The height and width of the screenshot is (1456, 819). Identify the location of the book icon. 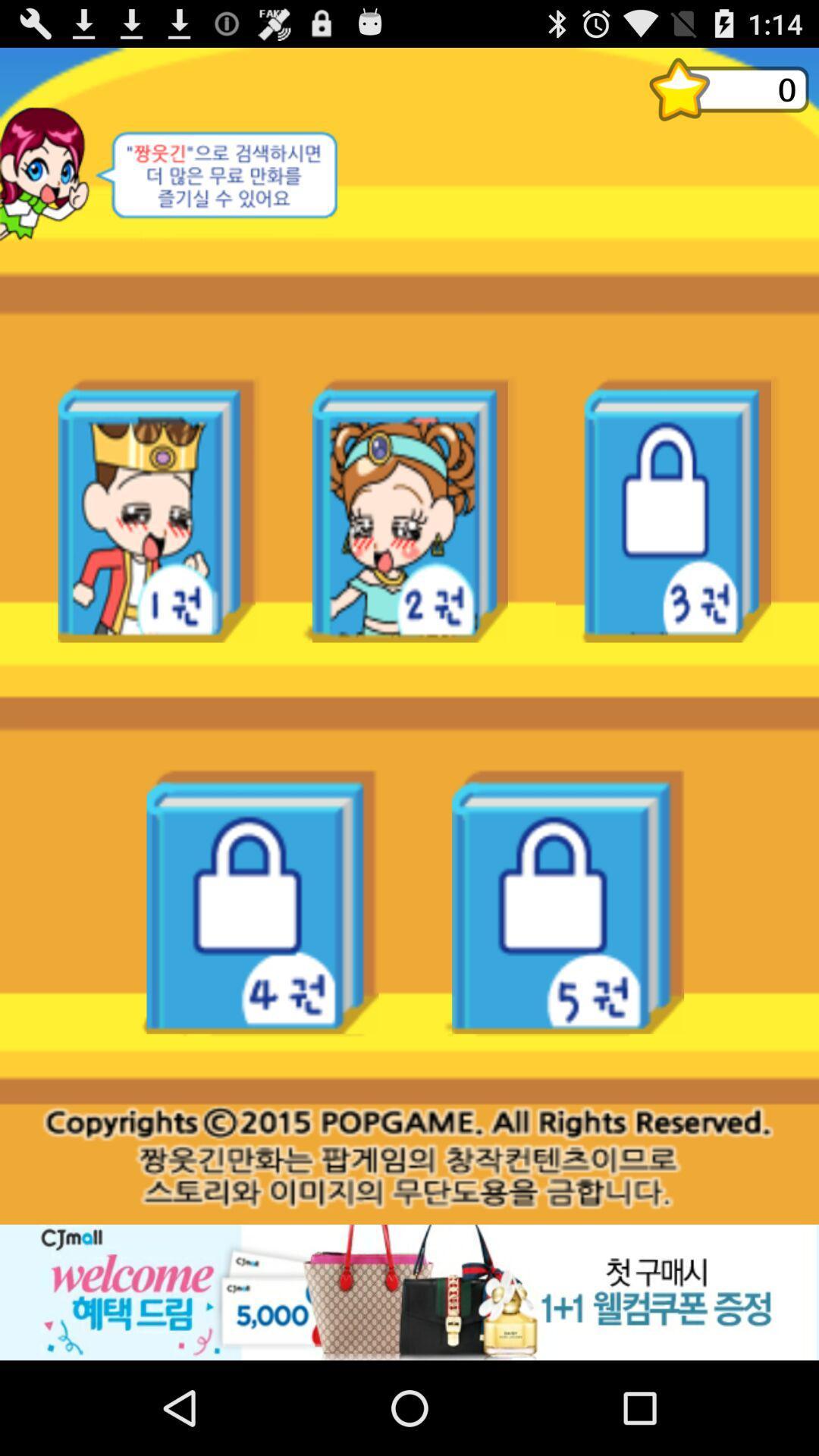
(728, 95).